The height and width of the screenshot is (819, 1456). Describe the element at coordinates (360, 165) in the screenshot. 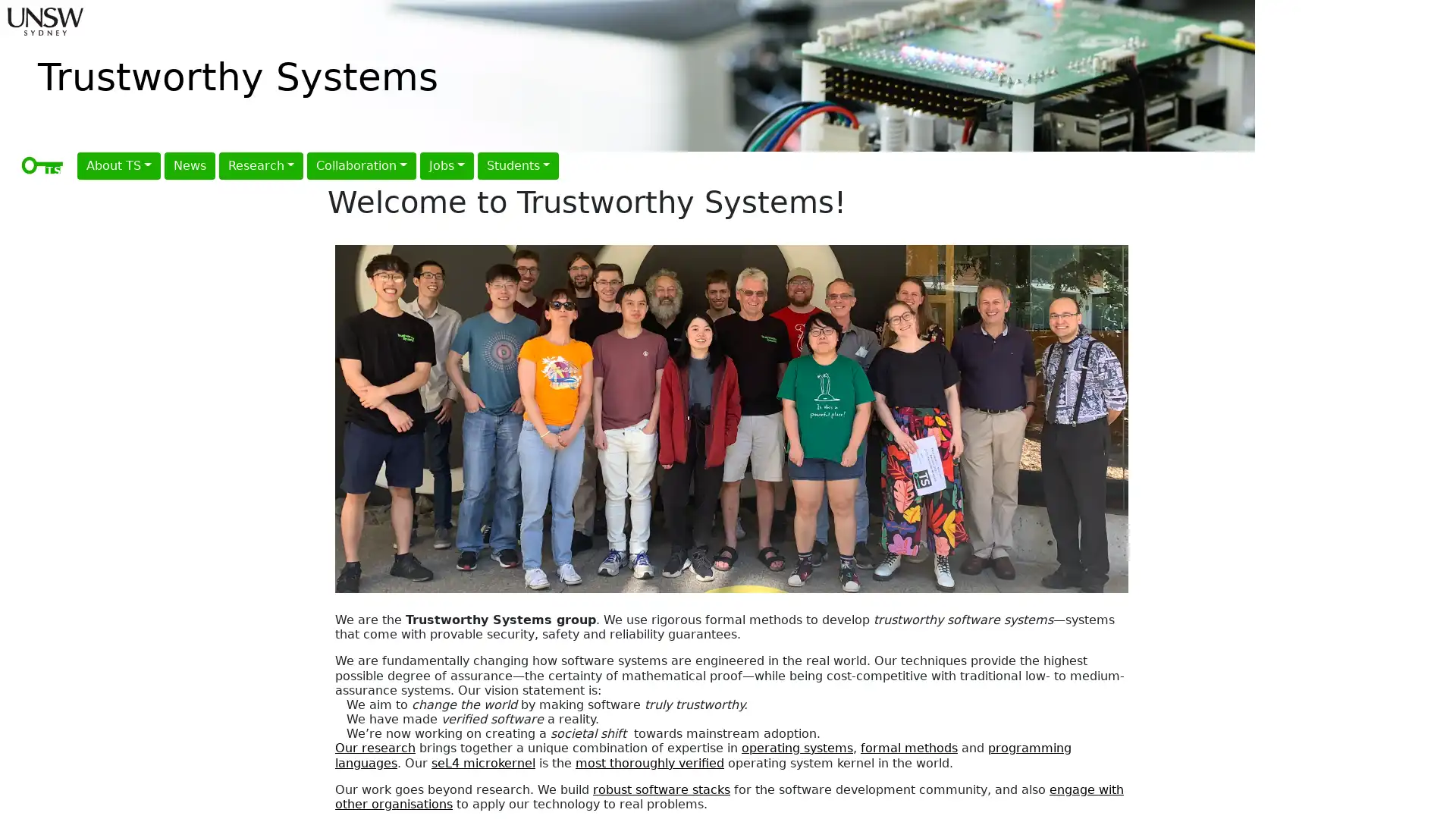

I see `Collaboration` at that location.